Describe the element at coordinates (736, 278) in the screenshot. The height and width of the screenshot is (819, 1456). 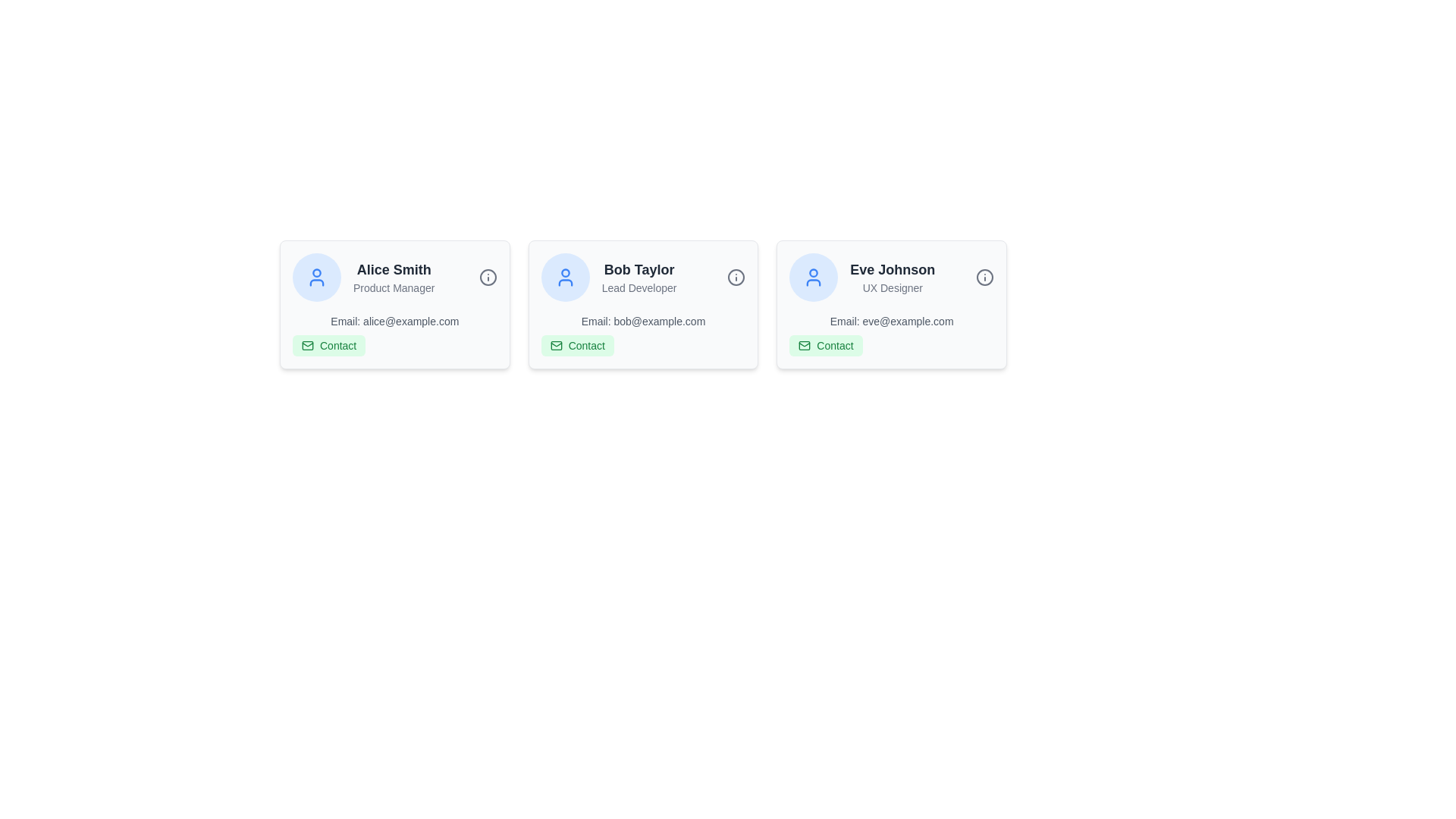
I see `the SVG circle icon that is part of the graphical representation for additional information related to 'Bob Taylor'` at that location.